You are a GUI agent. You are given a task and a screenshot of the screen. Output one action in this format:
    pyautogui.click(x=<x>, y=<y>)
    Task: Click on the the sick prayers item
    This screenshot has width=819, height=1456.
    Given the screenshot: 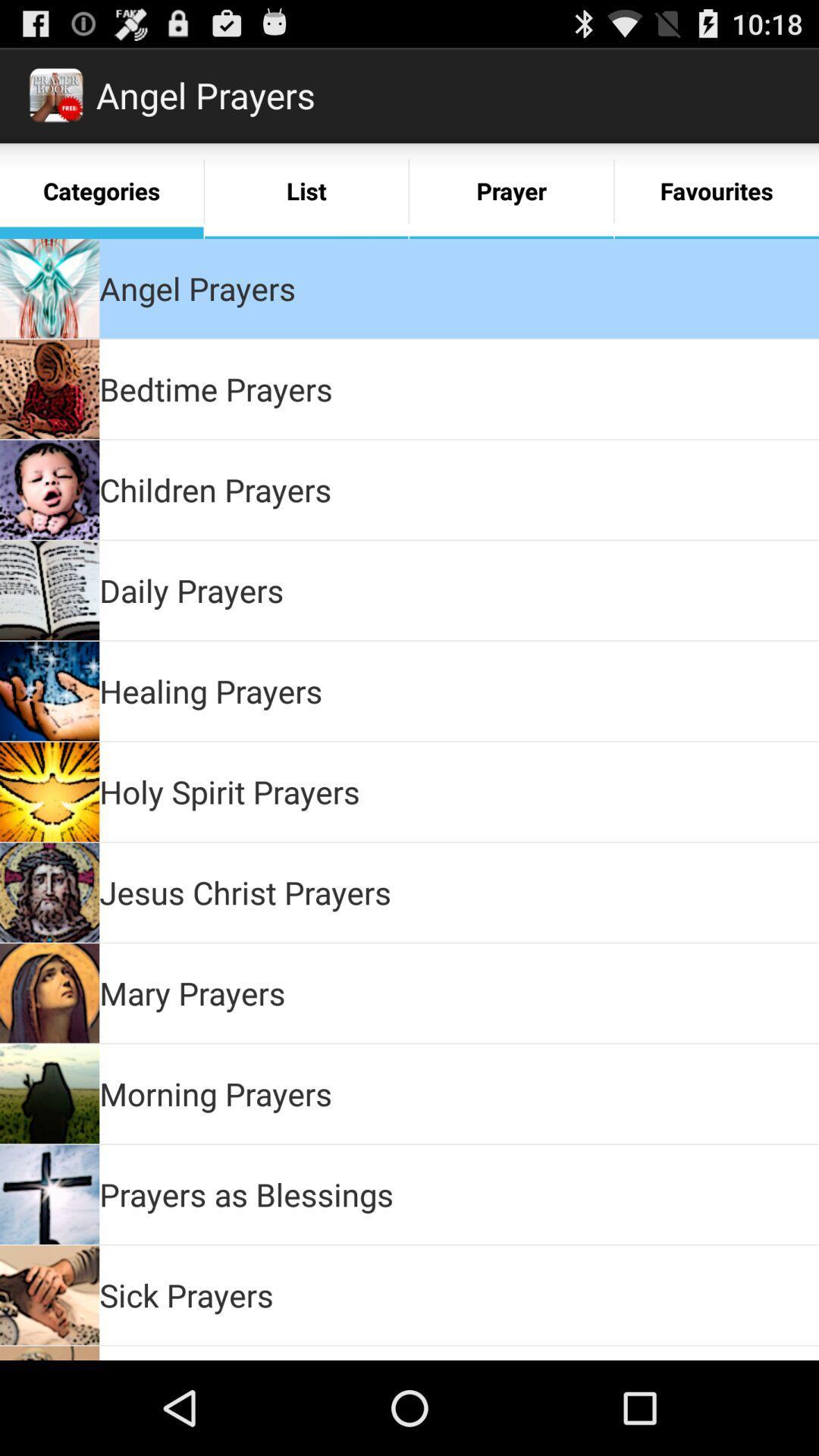 What is the action you would take?
    pyautogui.click(x=186, y=1294)
    